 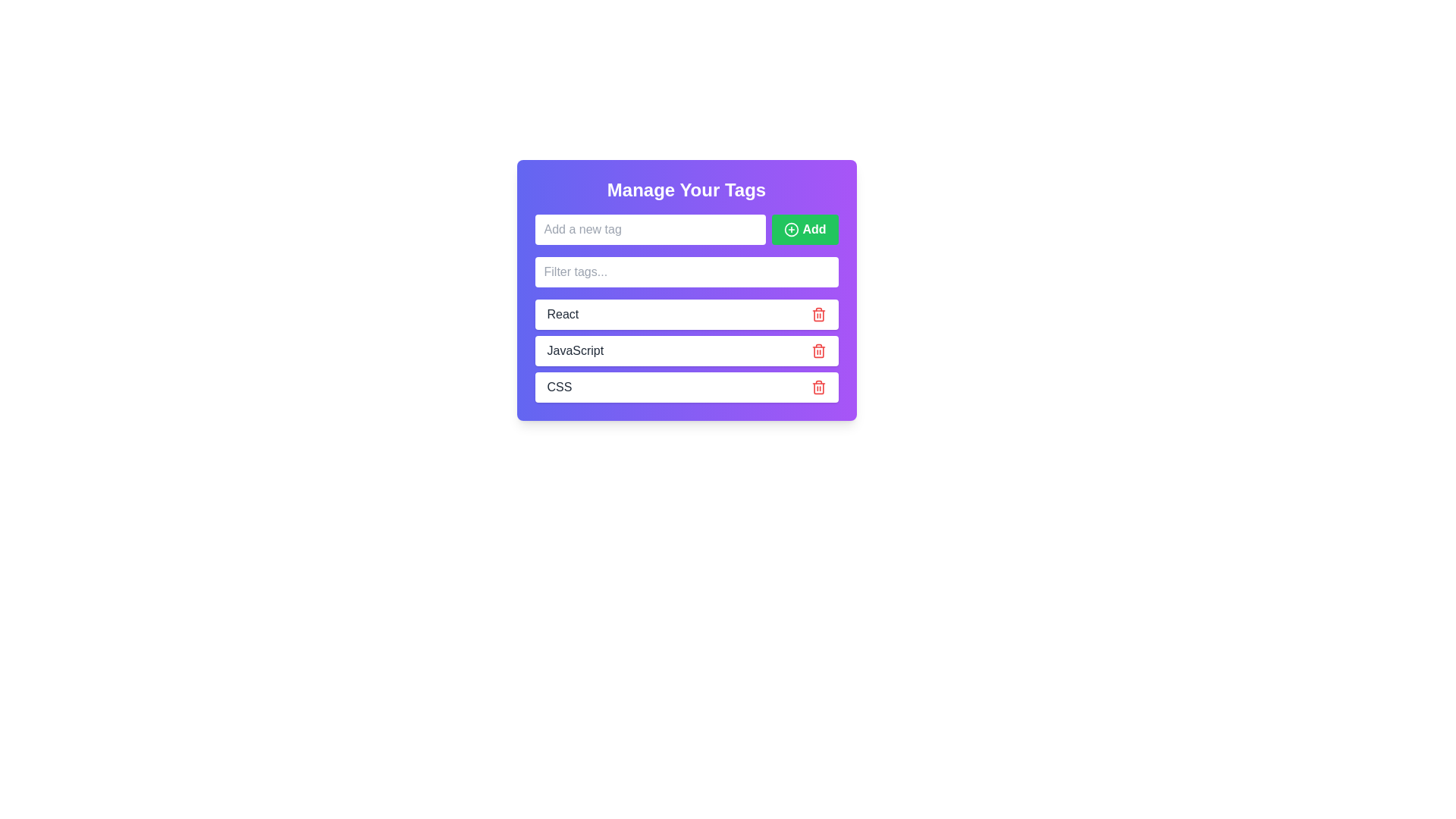 What do you see at coordinates (574, 350) in the screenshot?
I see `the static text label displaying 'JavaScript' in the tag management interface, located in the middle of the tag list between 'React' and 'CSS.'` at bounding box center [574, 350].